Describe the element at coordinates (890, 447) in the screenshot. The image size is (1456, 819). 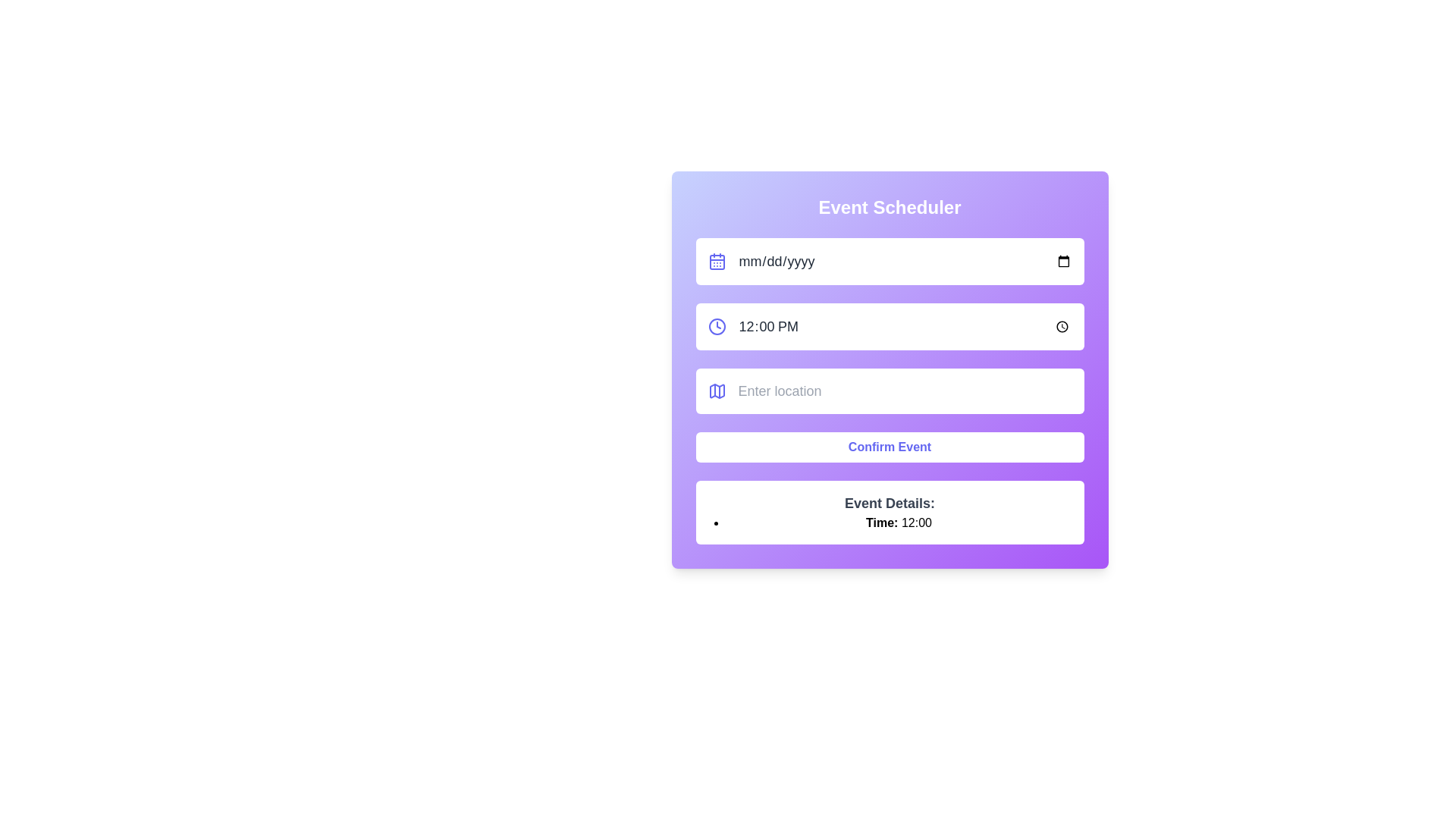
I see `the 'Confirm Event' button, which is a rectangular button with a white background and indigo text, positioned centrally below a location input field` at that location.